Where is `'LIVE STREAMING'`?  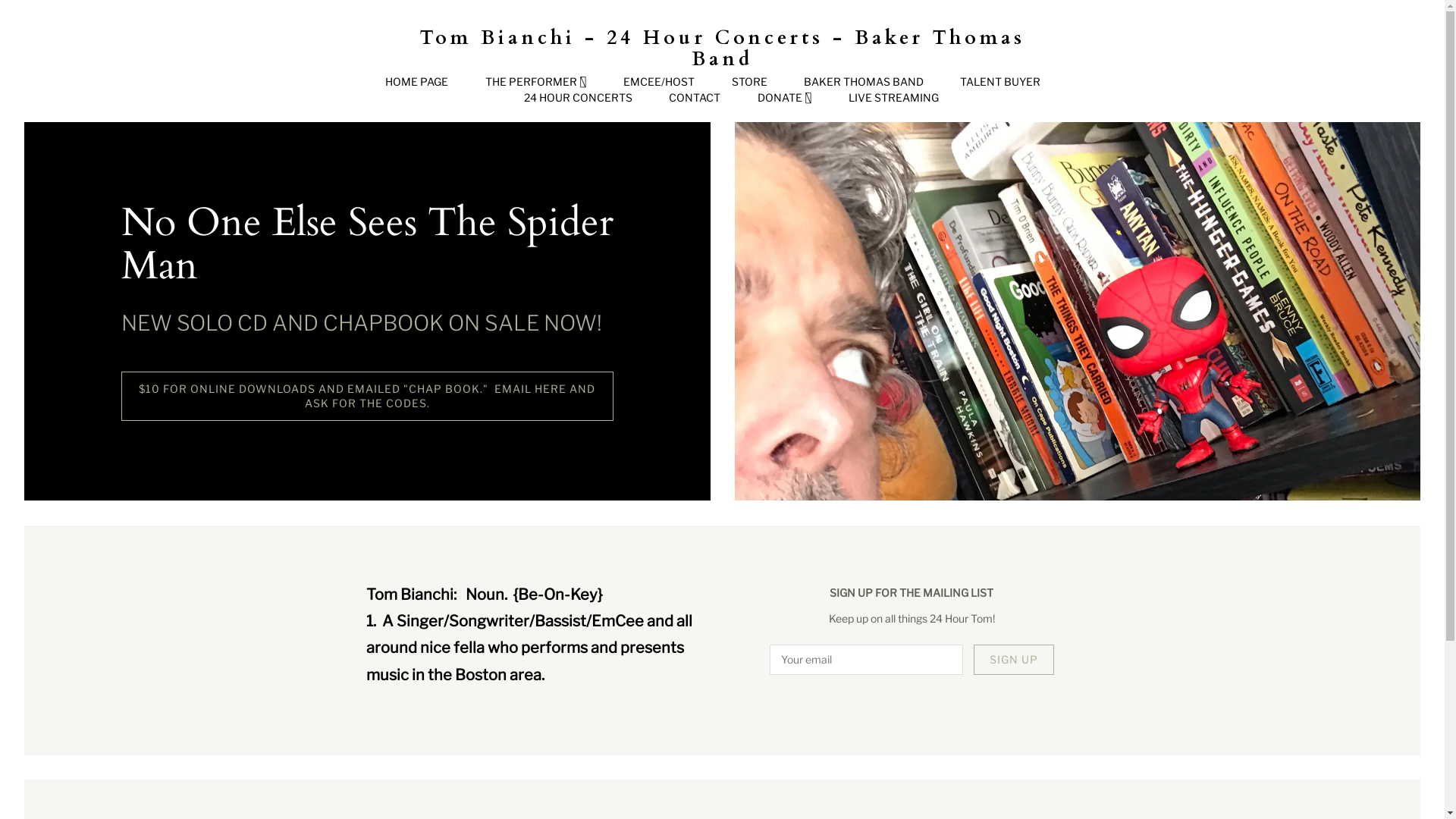 'LIVE STREAMING' is located at coordinates (893, 97).